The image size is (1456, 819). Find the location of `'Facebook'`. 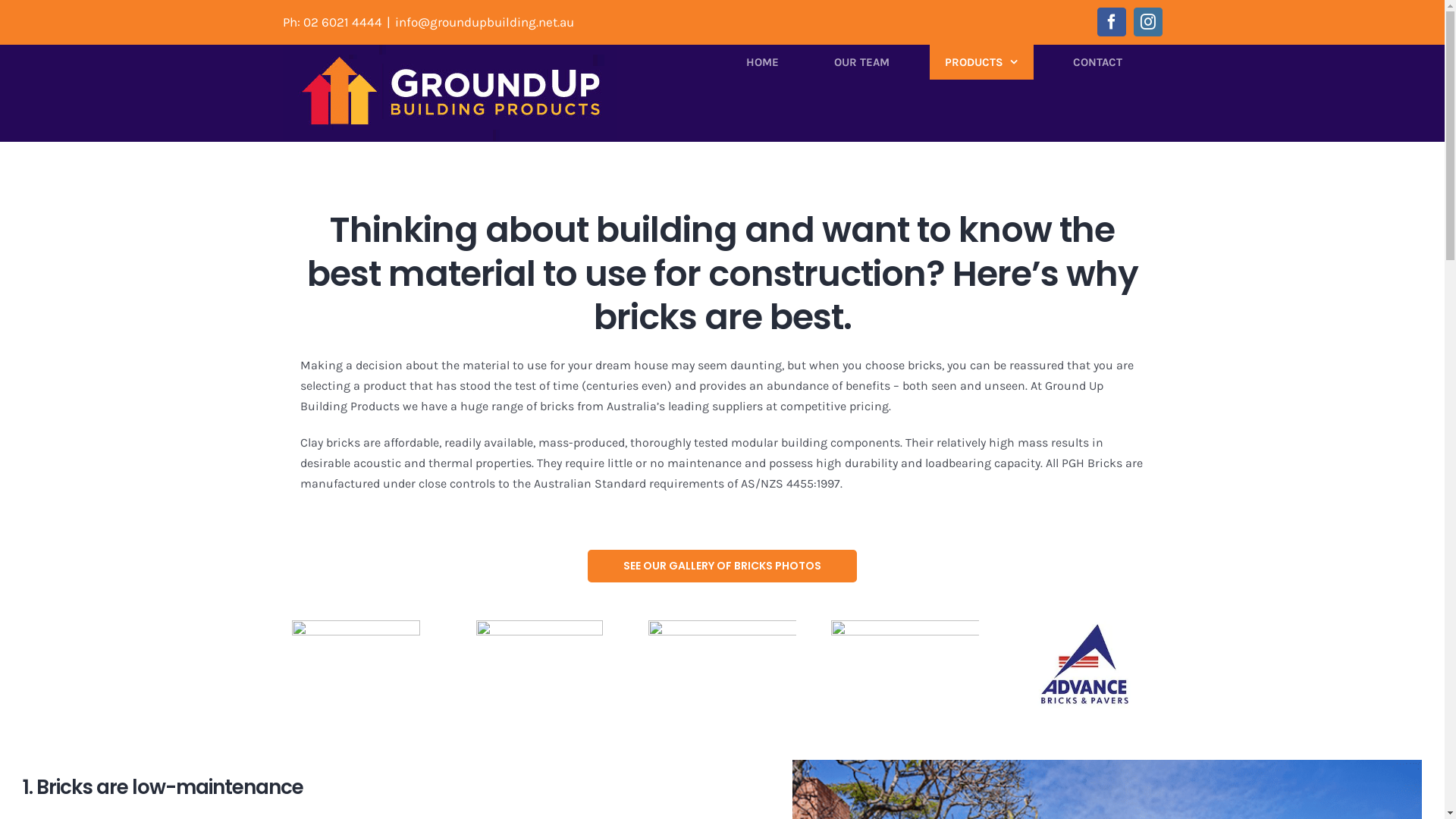

'Facebook' is located at coordinates (1110, 22).